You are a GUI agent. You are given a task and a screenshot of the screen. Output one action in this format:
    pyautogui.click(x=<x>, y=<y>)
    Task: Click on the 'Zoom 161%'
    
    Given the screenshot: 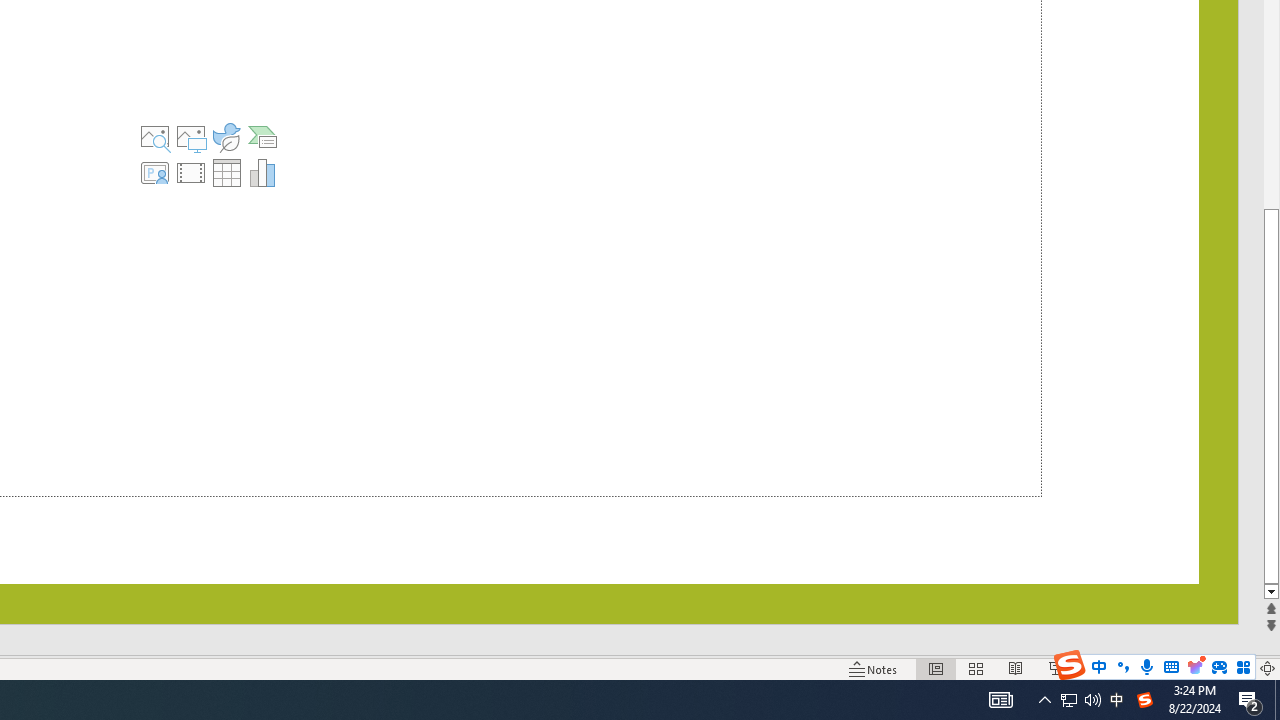 What is the action you would take?
    pyautogui.click(x=1233, y=669)
    